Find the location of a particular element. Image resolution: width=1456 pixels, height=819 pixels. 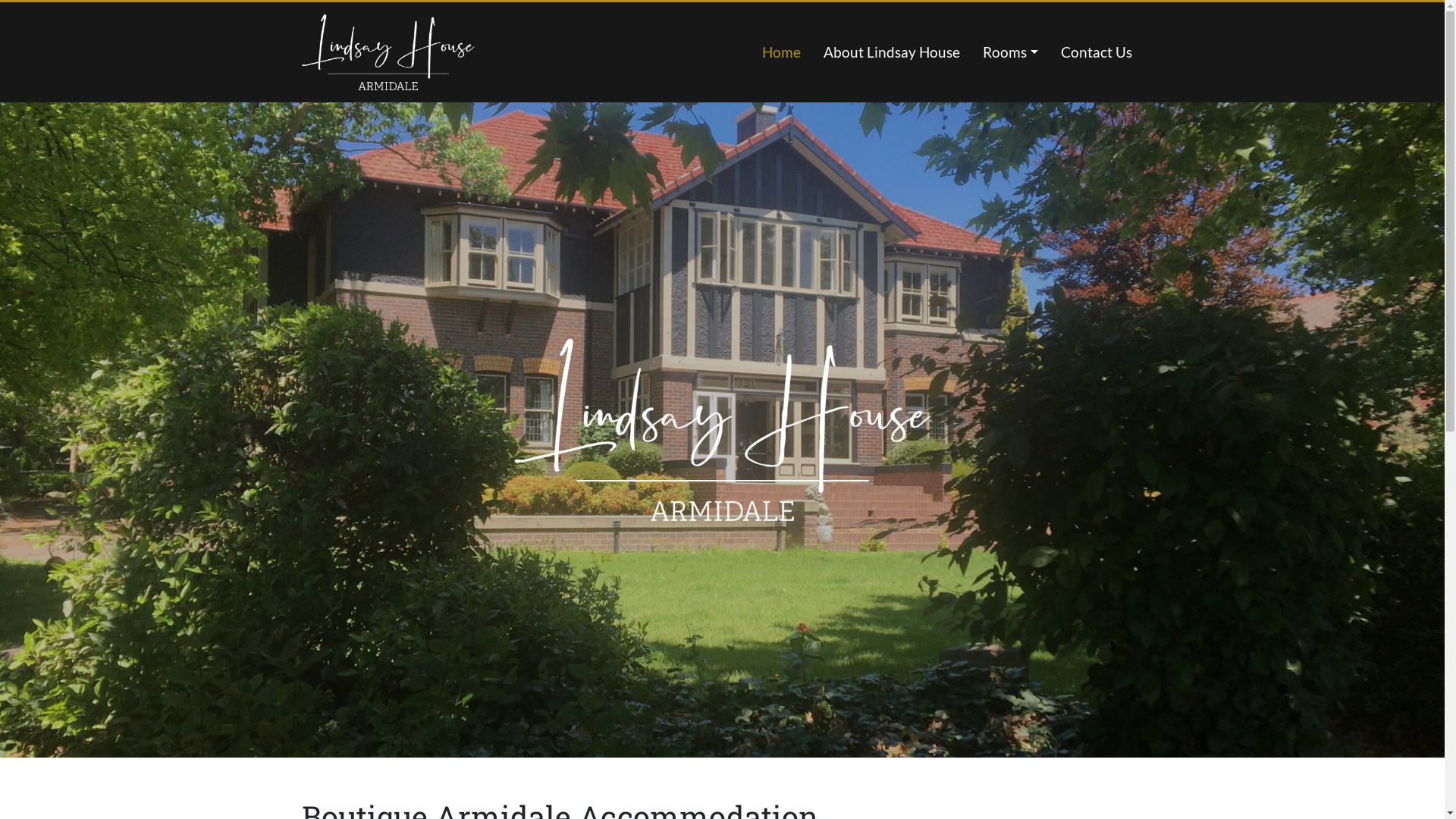

'About Lindsay House' is located at coordinates (892, 52).